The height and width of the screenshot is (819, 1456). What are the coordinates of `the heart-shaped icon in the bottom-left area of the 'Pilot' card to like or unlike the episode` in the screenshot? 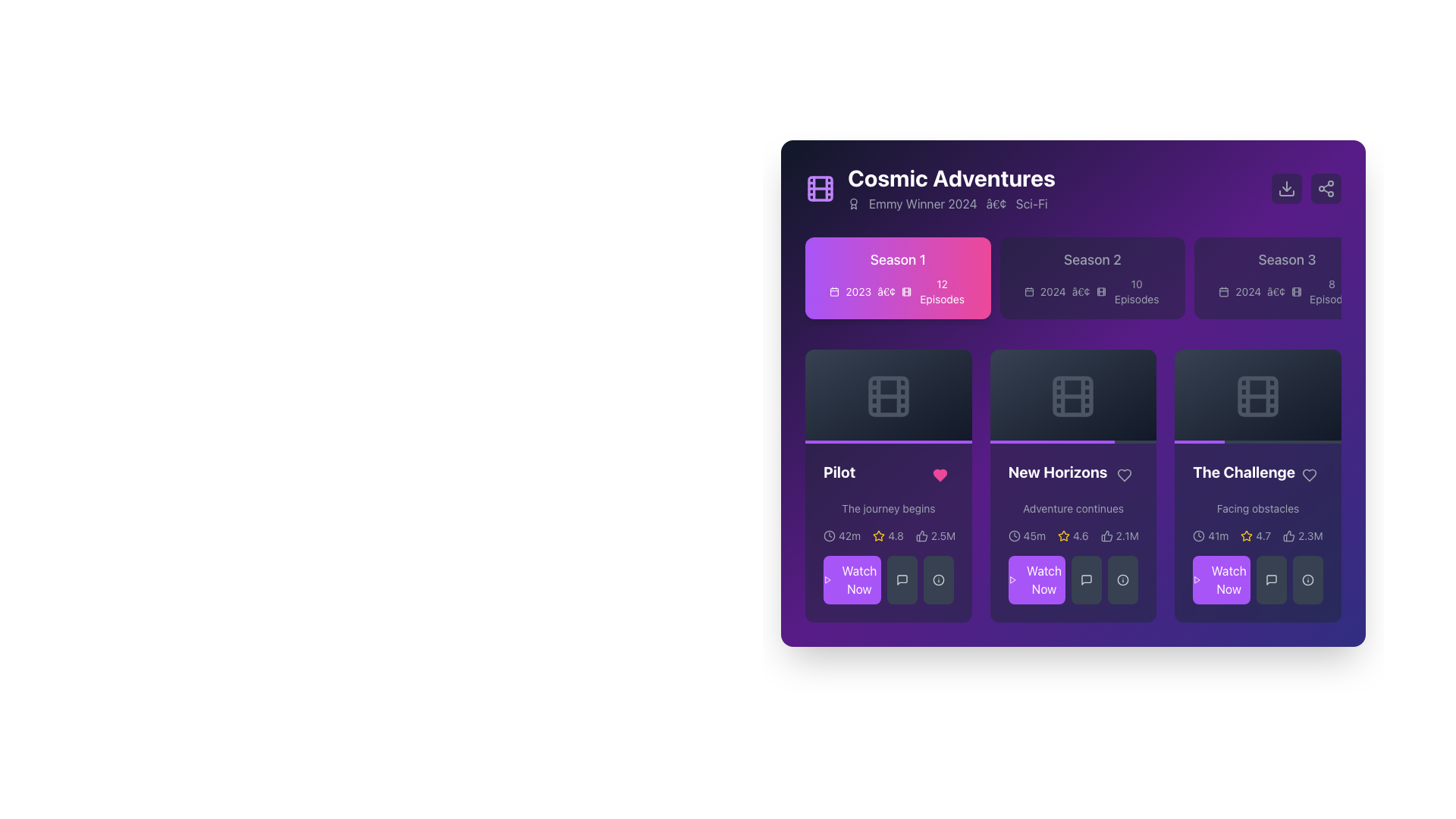 It's located at (939, 474).